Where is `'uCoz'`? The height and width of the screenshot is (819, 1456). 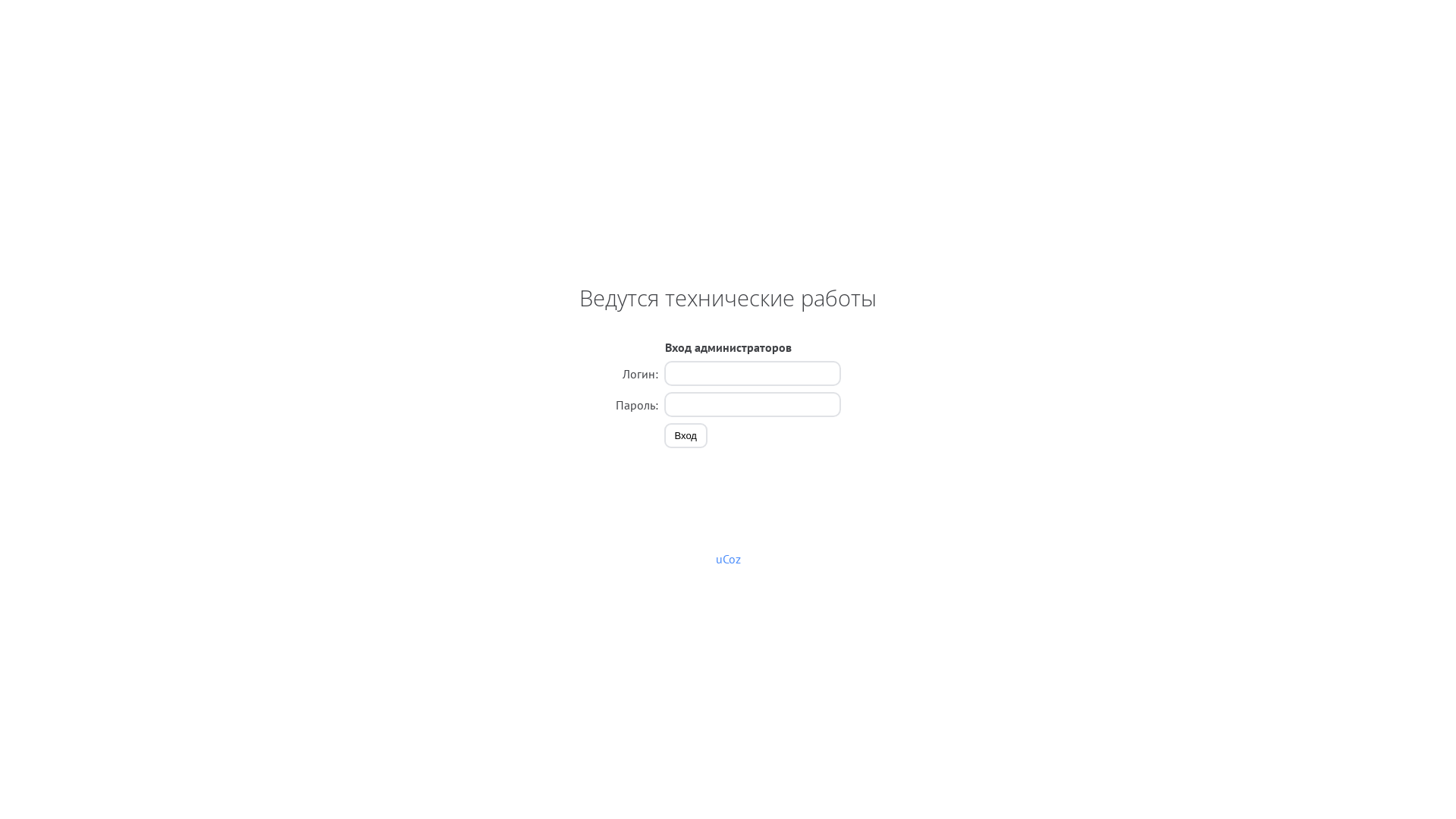 'uCoz' is located at coordinates (728, 558).